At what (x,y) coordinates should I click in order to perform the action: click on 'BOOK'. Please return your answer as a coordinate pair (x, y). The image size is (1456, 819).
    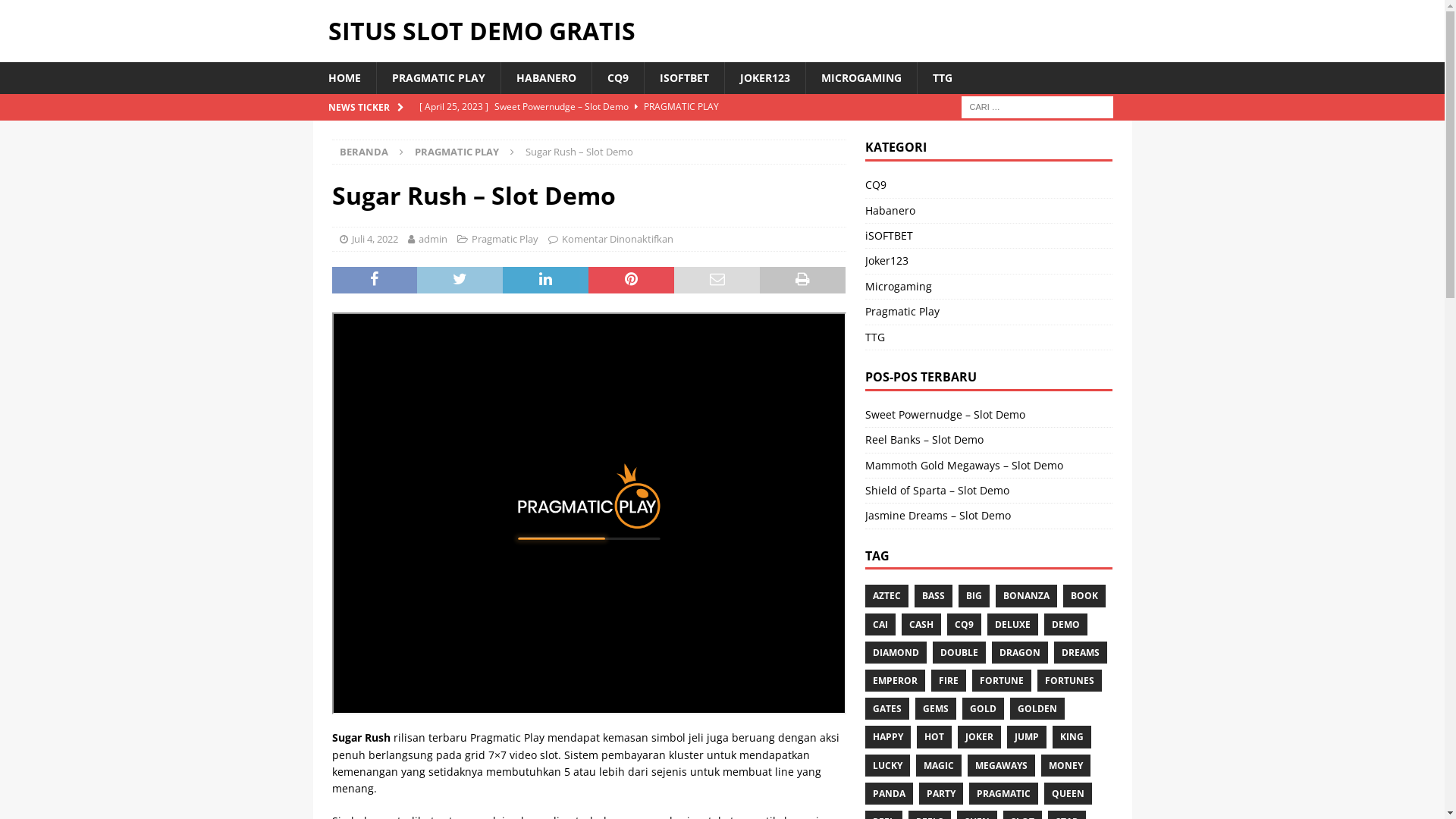
    Looking at the image, I should click on (1084, 595).